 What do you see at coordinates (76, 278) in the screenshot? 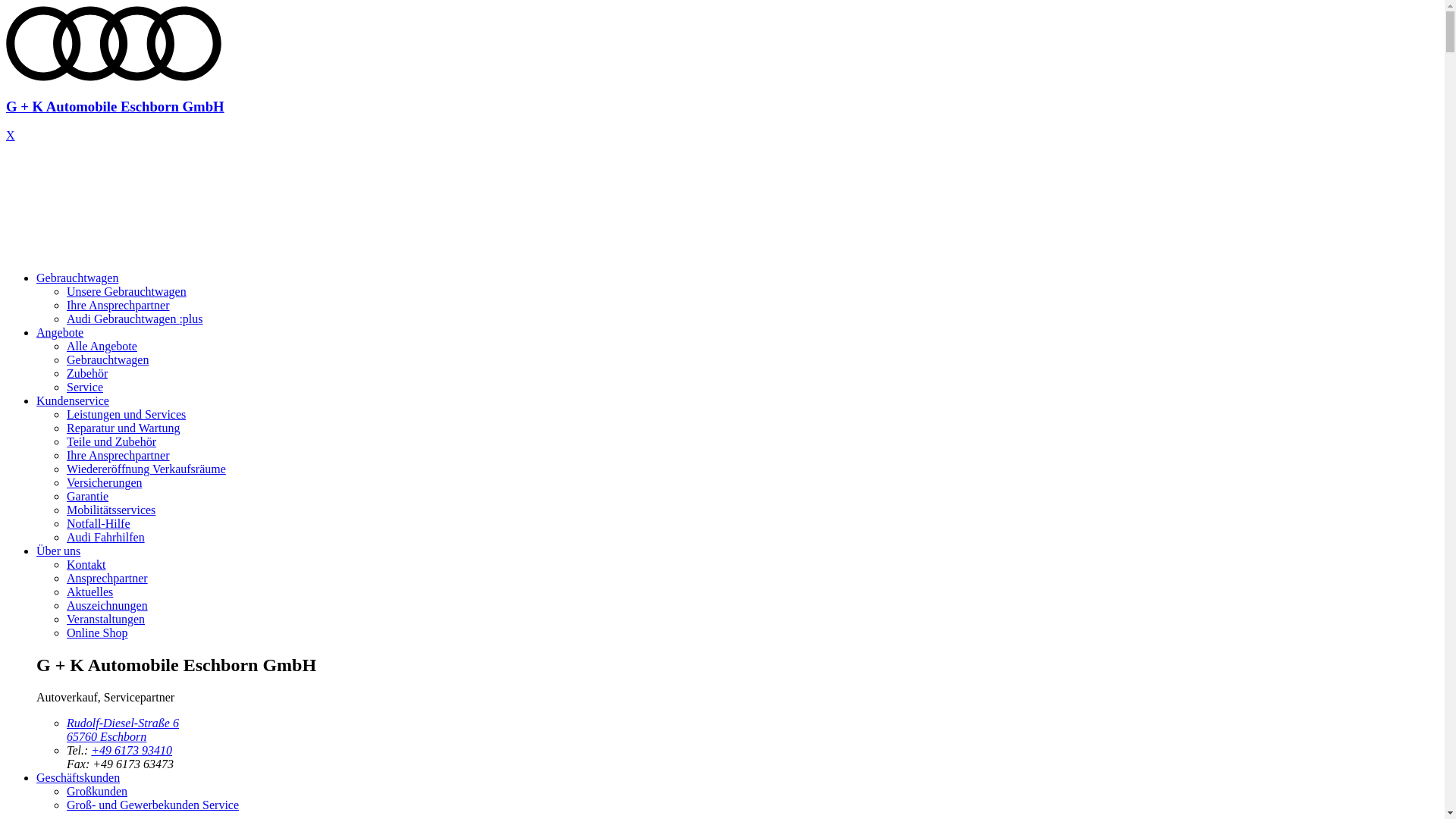
I see `'Gebrauchtwagen'` at bounding box center [76, 278].